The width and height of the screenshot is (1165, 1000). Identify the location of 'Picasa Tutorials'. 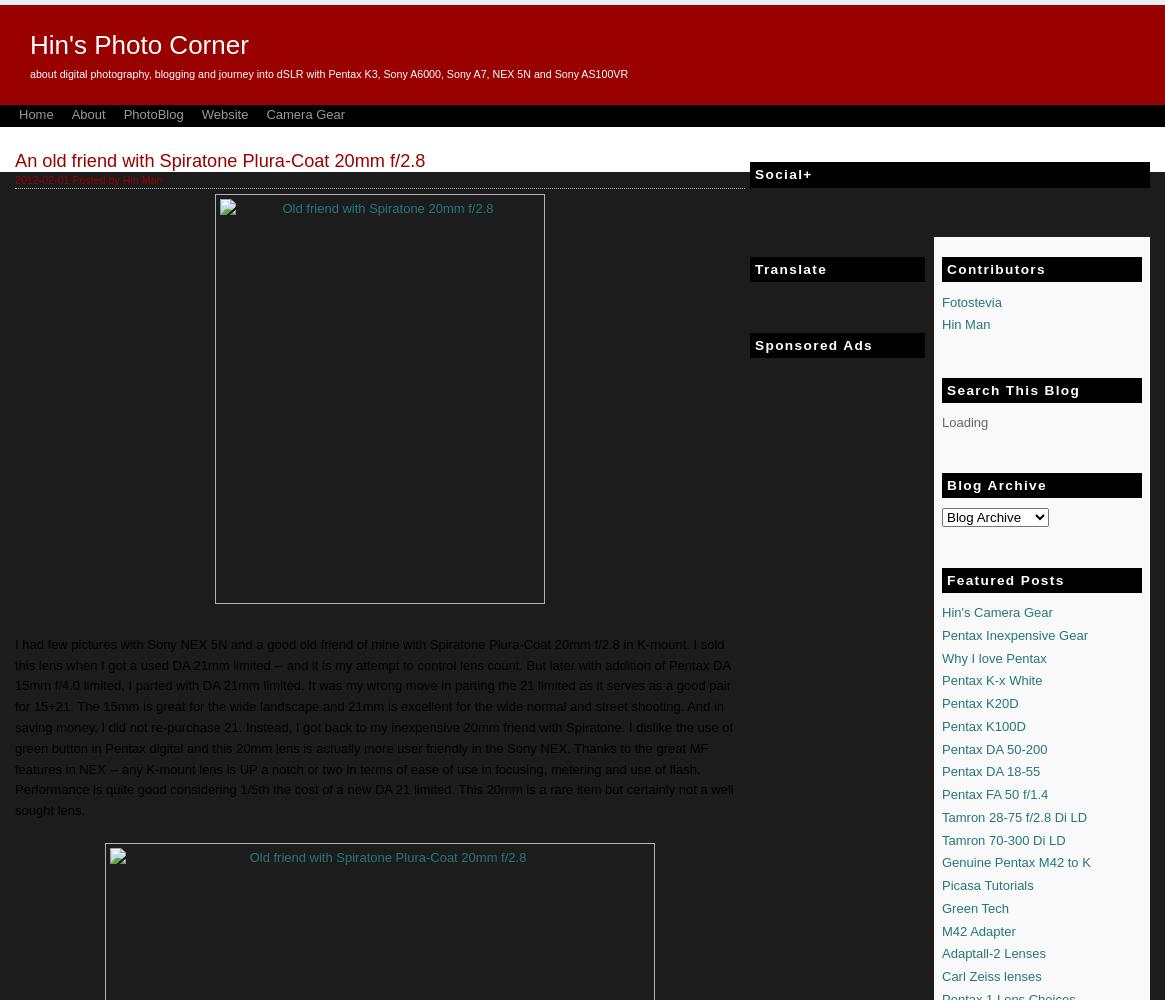
(941, 885).